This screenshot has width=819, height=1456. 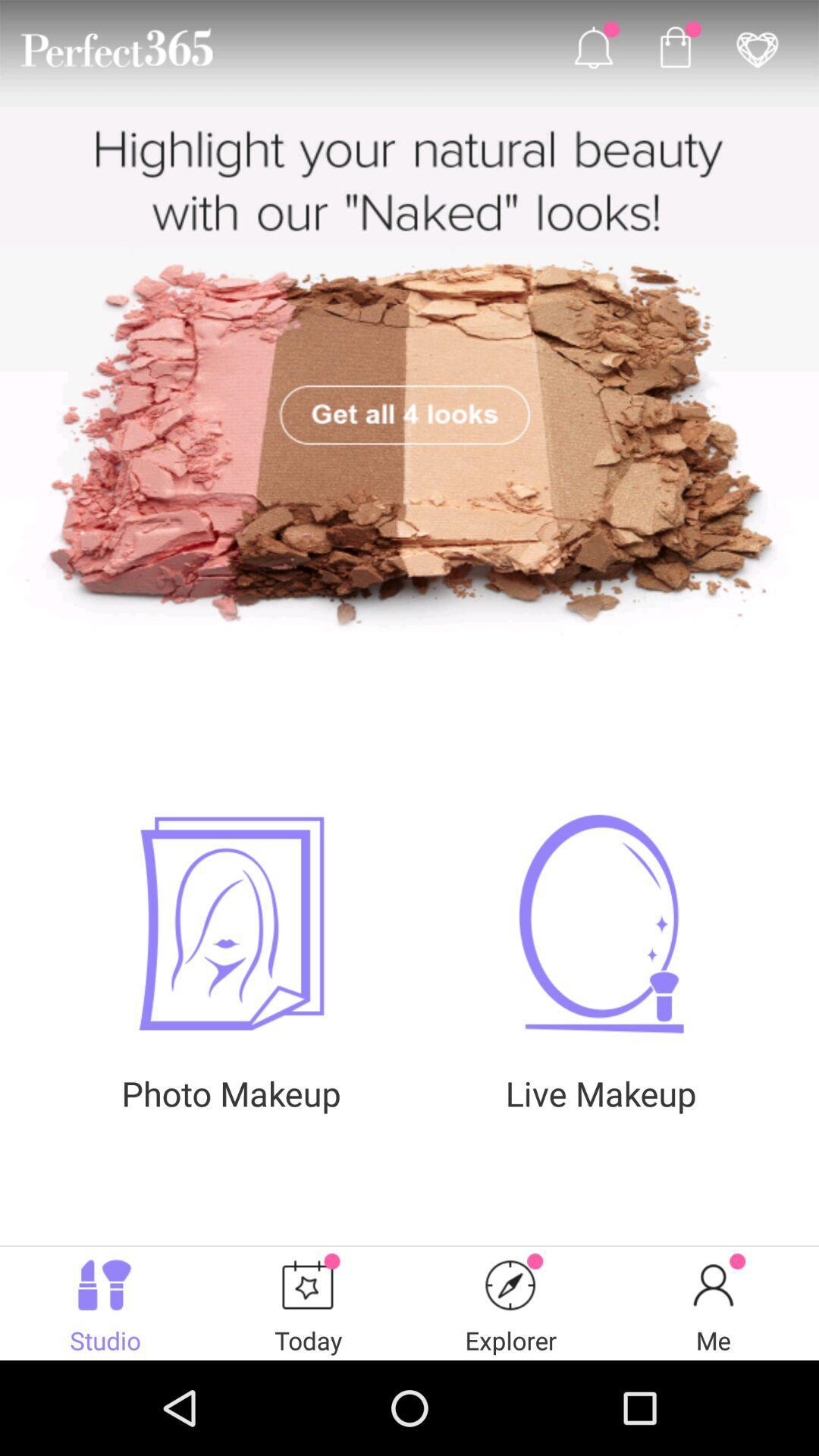 I want to click on the icon on the bottom right corner of the web page, so click(x=714, y=1284).